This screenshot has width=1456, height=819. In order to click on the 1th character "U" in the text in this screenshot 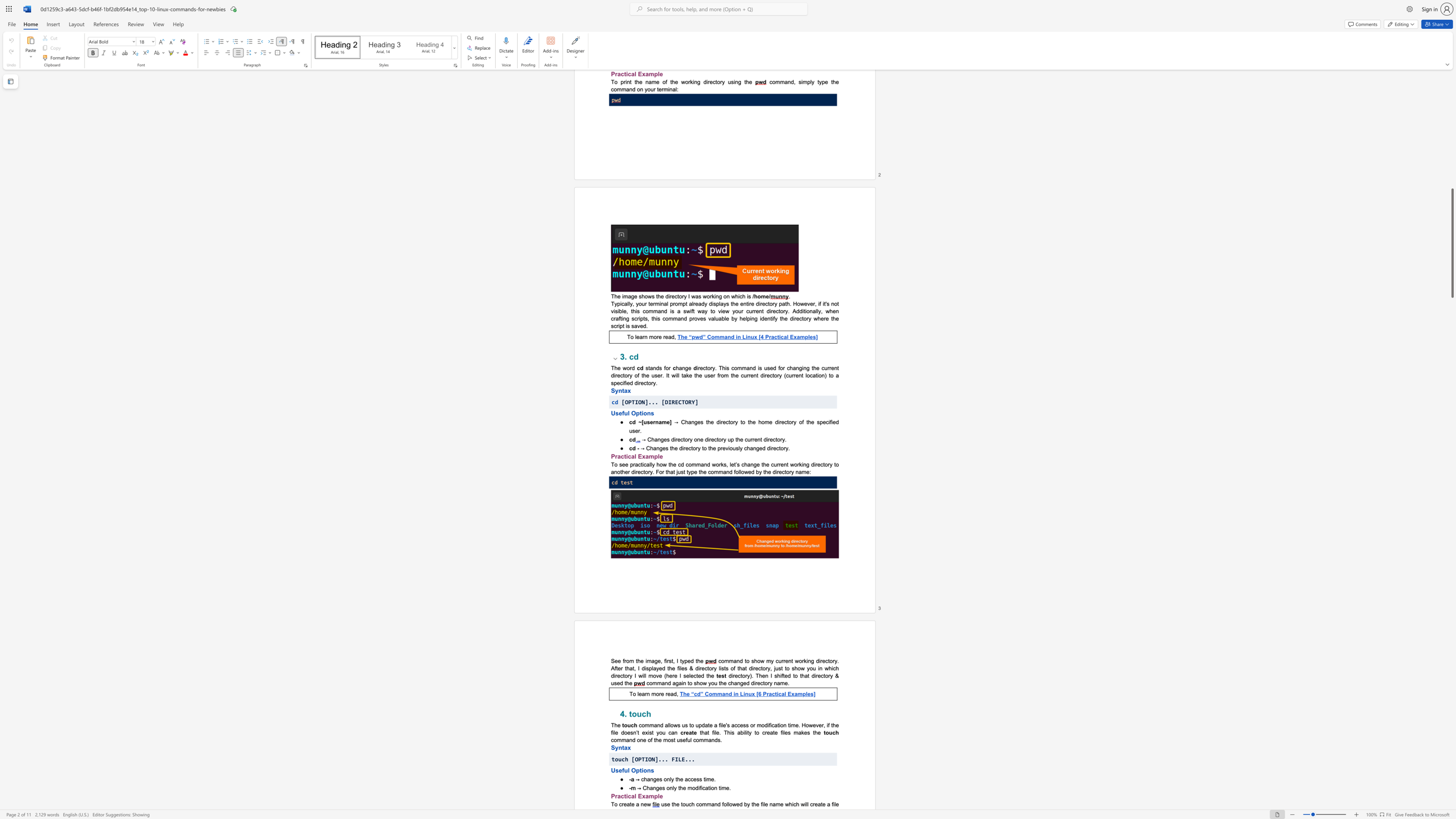, I will do `click(613, 770)`.